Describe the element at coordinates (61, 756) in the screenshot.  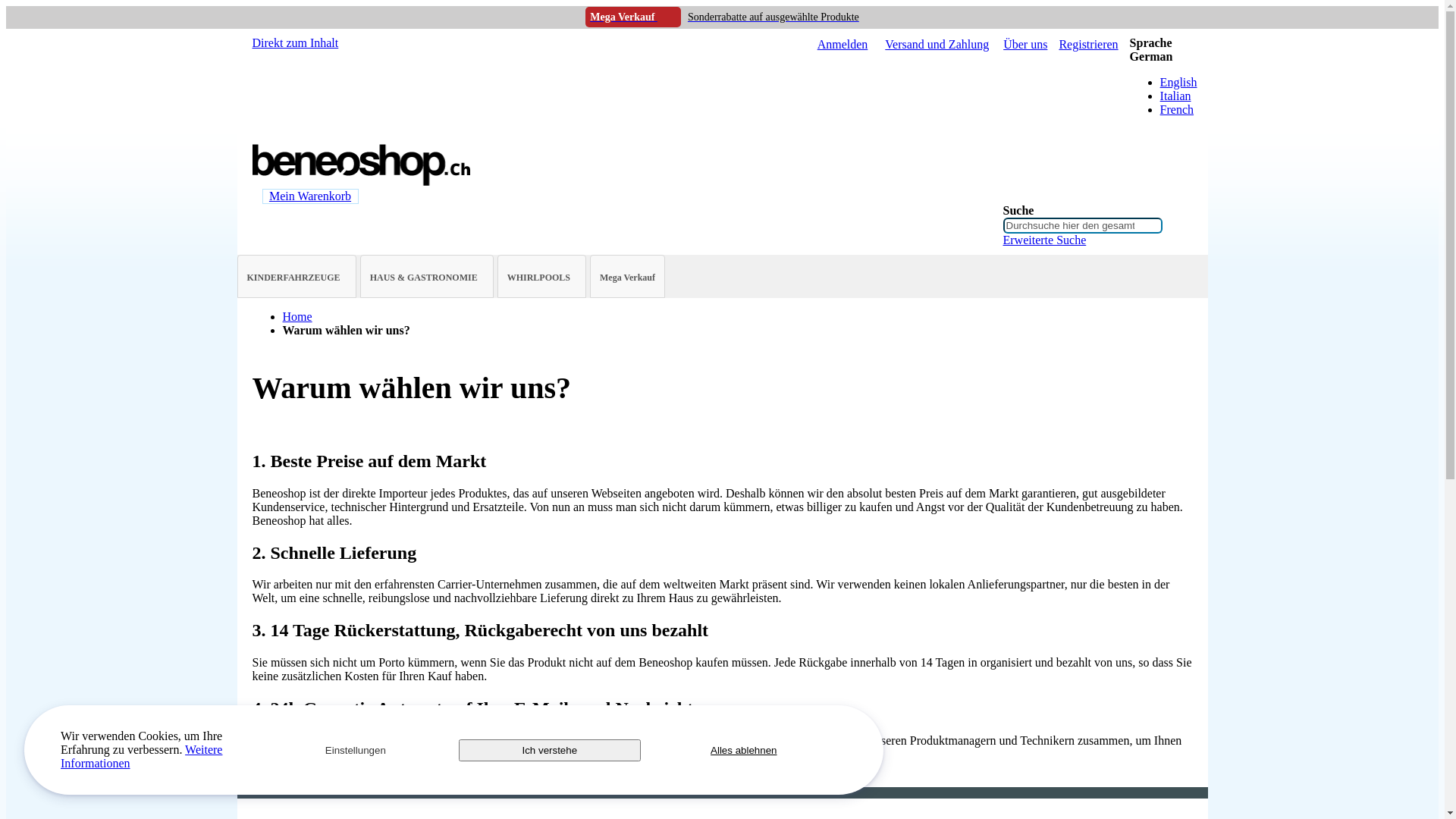
I see `'Weitere Informationen'` at that location.